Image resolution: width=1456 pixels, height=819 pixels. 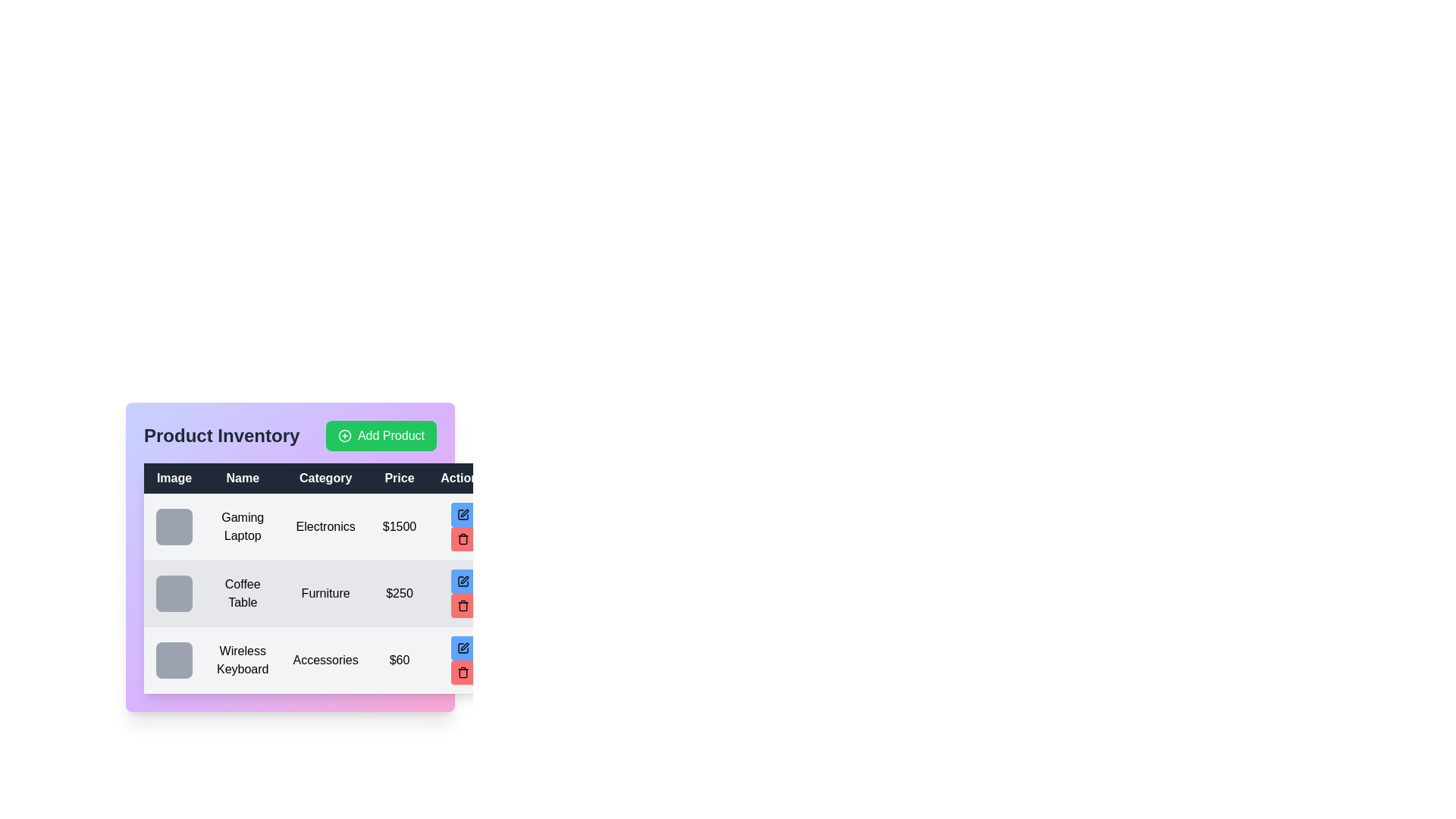 What do you see at coordinates (319, 593) in the screenshot?
I see `the product entry in the inventory table, which is the second row displaying details about a product, to view more information` at bounding box center [319, 593].